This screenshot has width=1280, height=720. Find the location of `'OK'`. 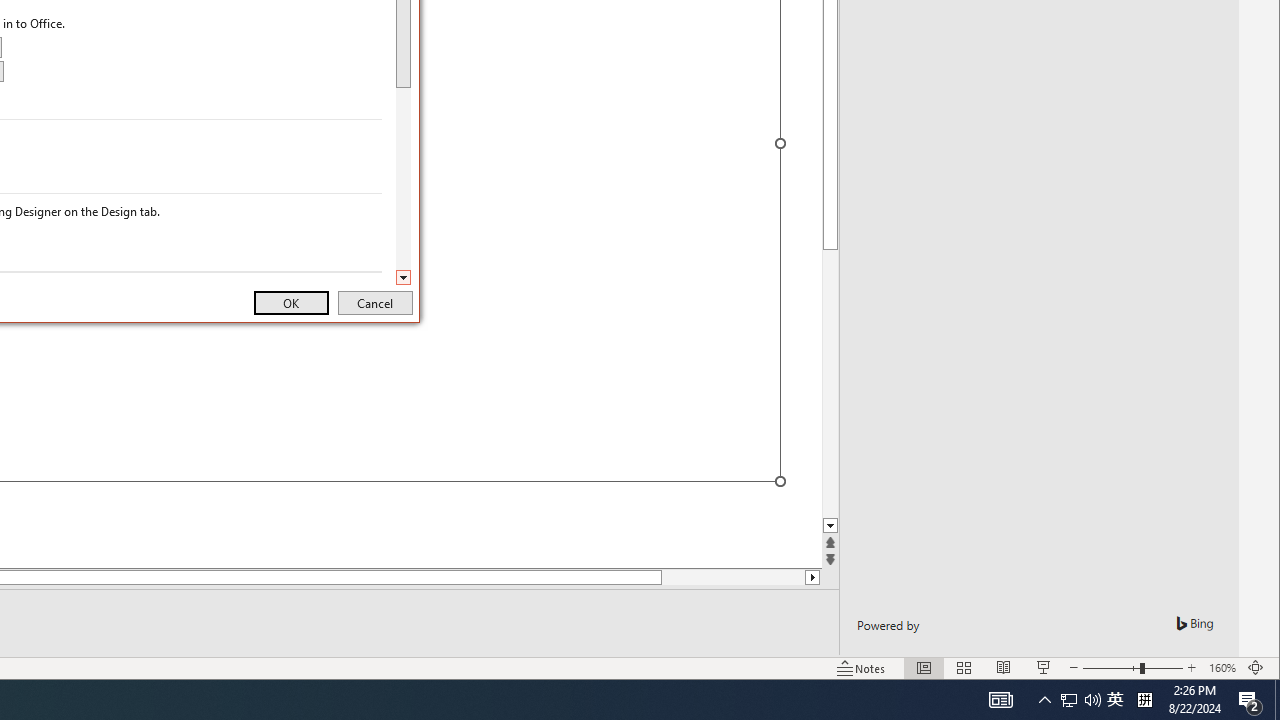

'OK' is located at coordinates (290, 303).